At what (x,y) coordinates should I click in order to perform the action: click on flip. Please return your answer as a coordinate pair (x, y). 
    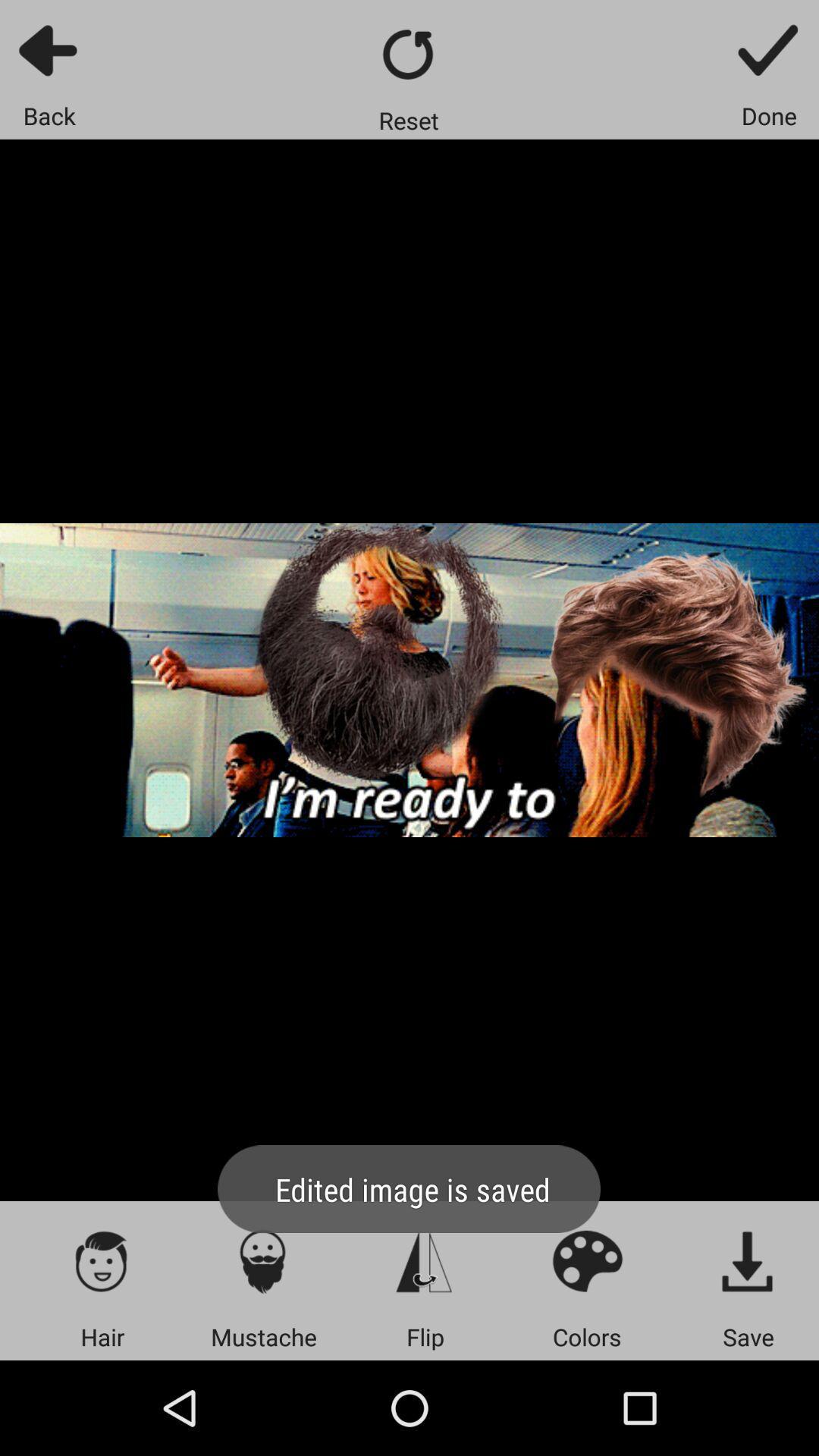
    Looking at the image, I should click on (425, 1260).